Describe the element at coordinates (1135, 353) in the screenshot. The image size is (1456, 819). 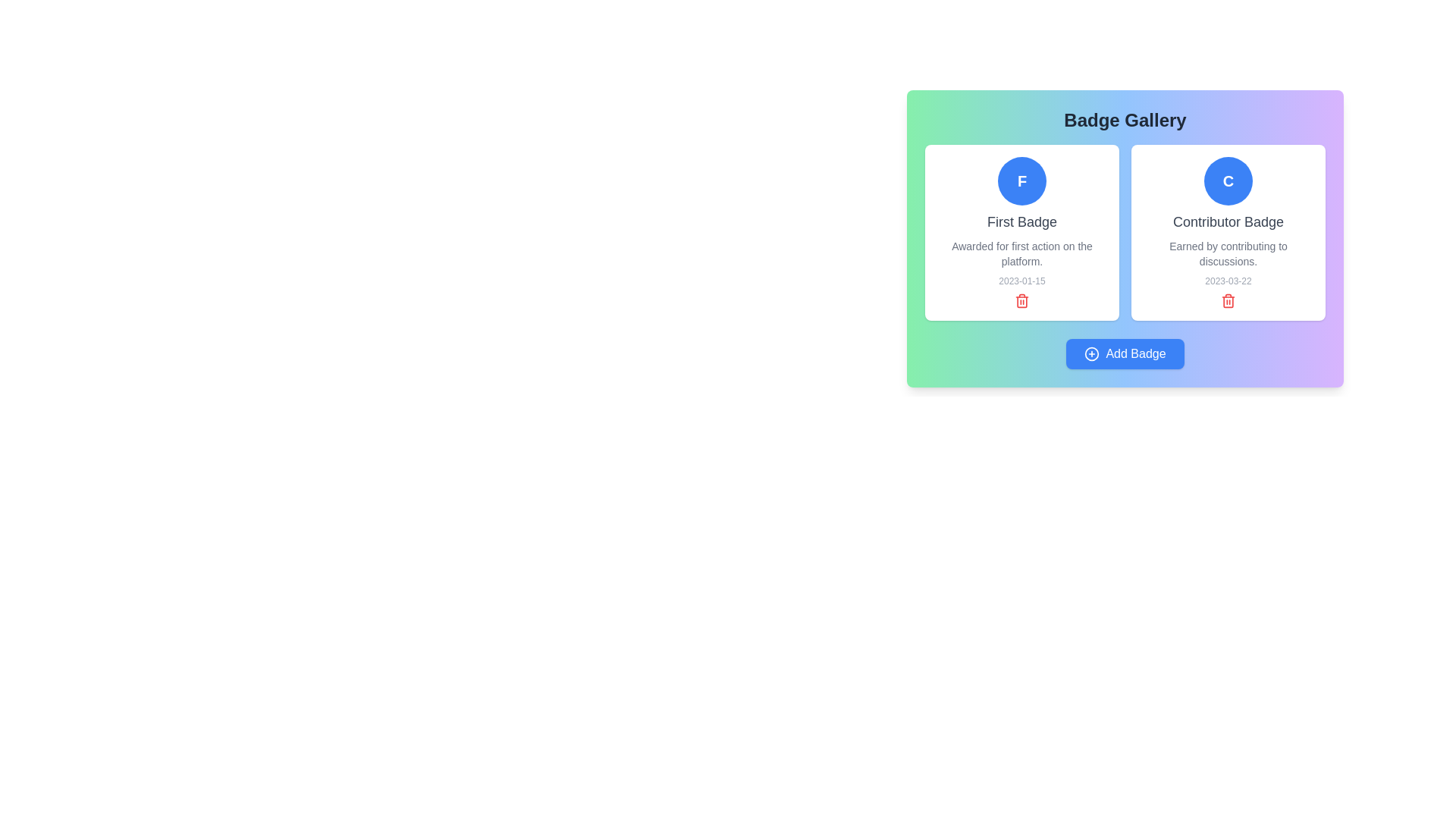
I see `the 'Add Badge' text element, which is styled with a blue background and white font color, located at the bottom center of the 'Badge Gallery' button` at that location.